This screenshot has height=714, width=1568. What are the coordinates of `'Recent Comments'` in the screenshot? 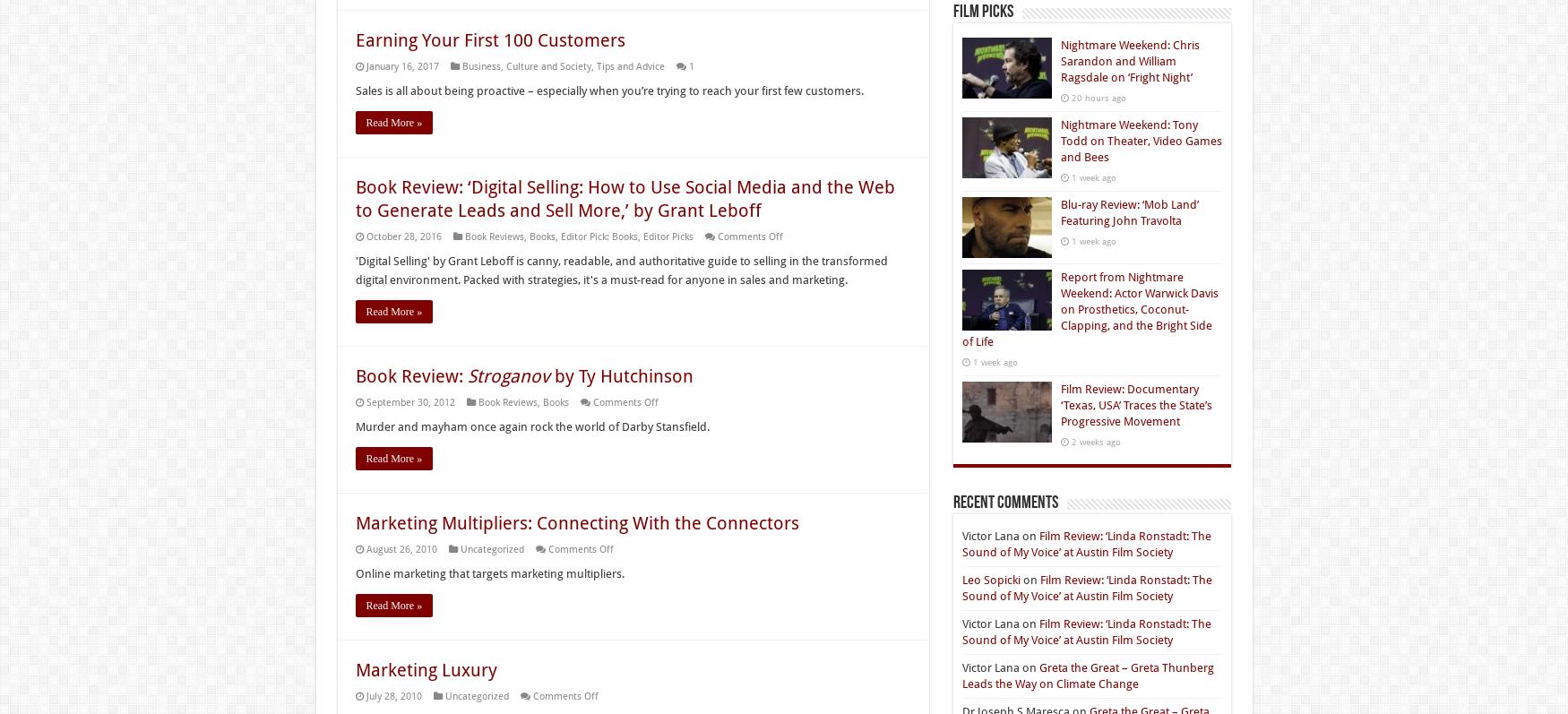 It's located at (1004, 502).